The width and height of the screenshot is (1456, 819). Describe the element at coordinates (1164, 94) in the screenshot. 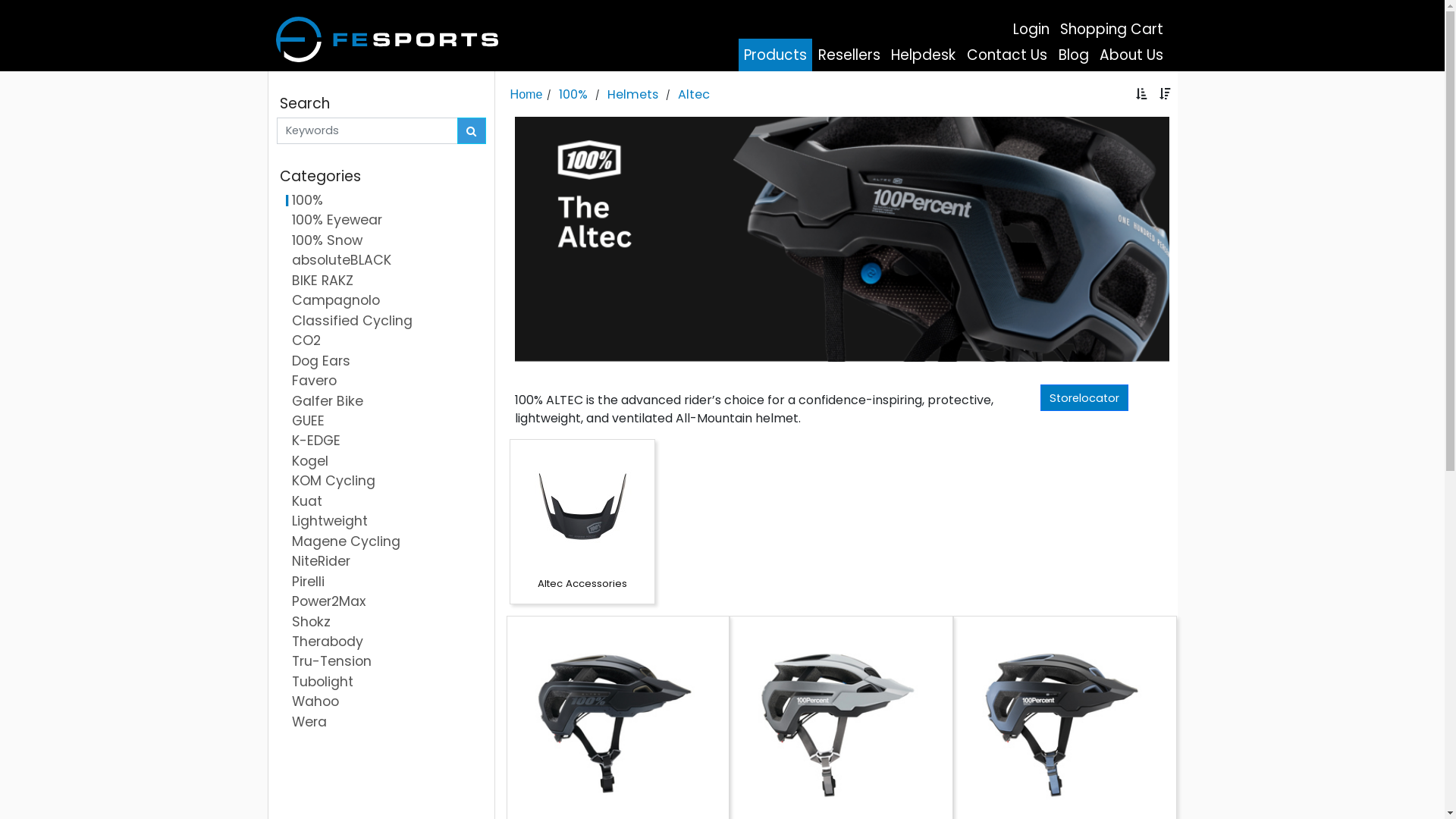

I see `'Sort descending'` at that location.